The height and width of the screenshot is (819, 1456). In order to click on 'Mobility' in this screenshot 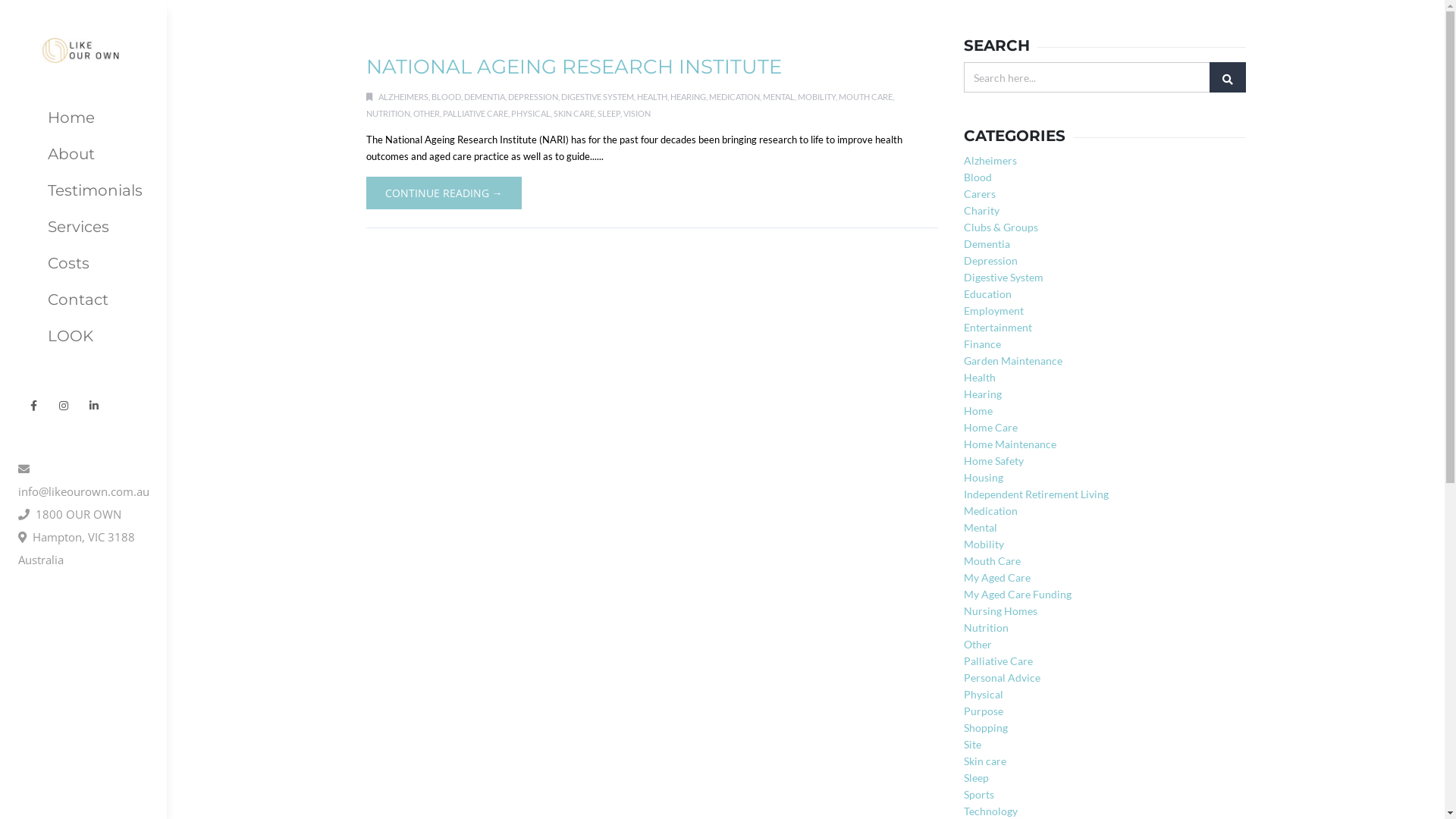, I will do `click(984, 543)`.